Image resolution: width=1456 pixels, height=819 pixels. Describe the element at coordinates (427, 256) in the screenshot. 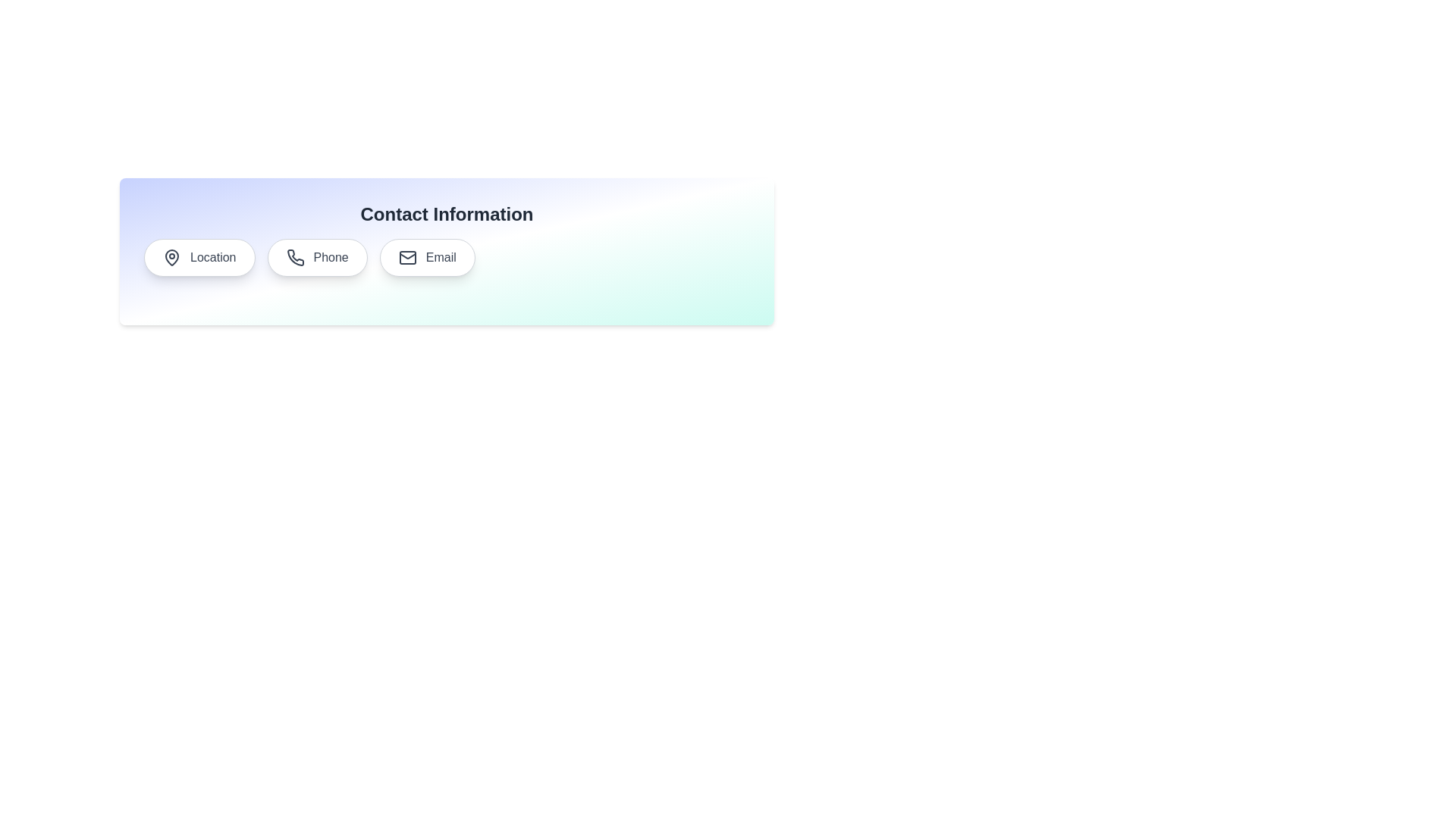

I see `the chip labeled Email to observe its hover effect` at that location.